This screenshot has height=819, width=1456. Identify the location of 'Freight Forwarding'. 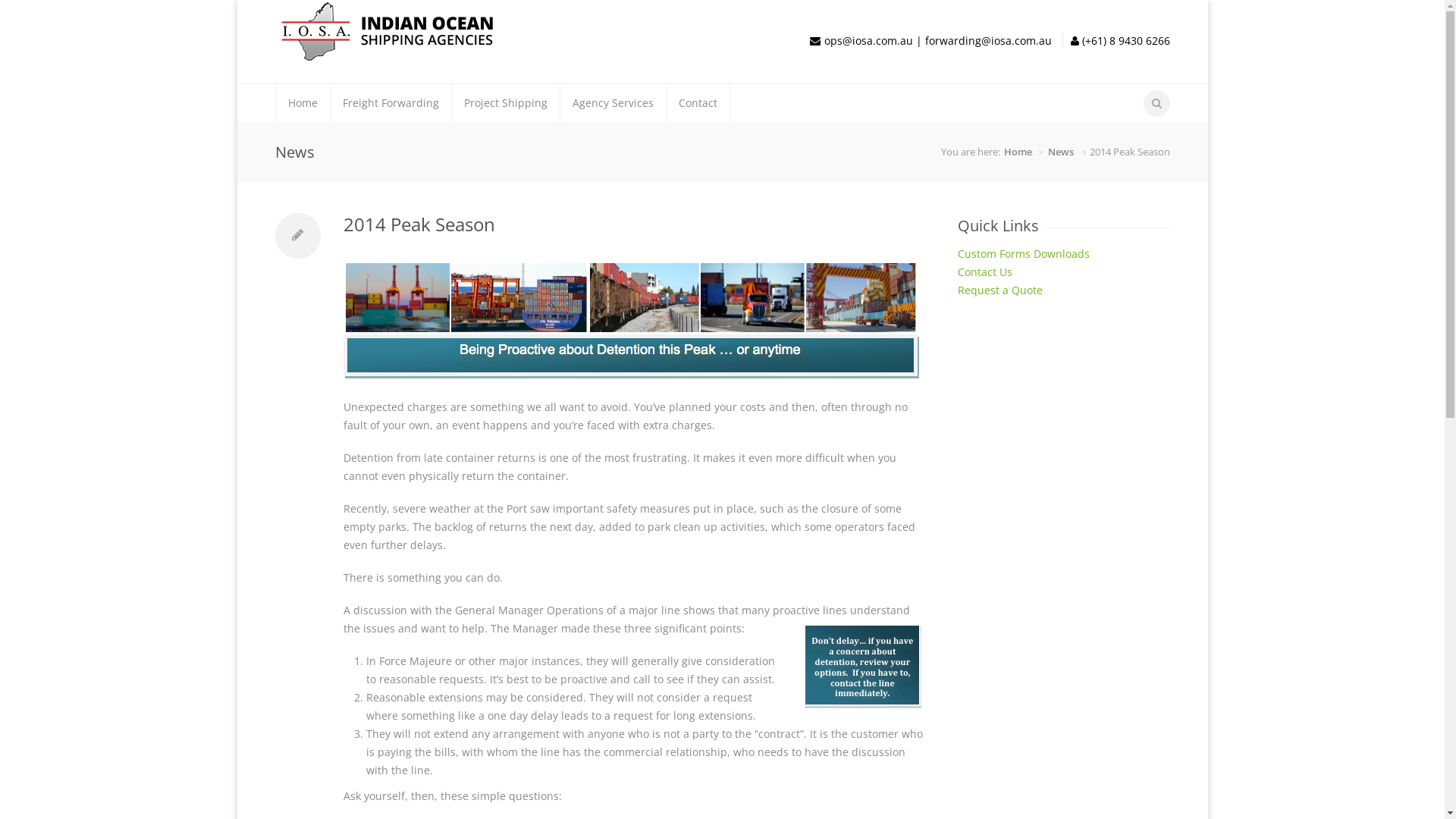
(391, 102).